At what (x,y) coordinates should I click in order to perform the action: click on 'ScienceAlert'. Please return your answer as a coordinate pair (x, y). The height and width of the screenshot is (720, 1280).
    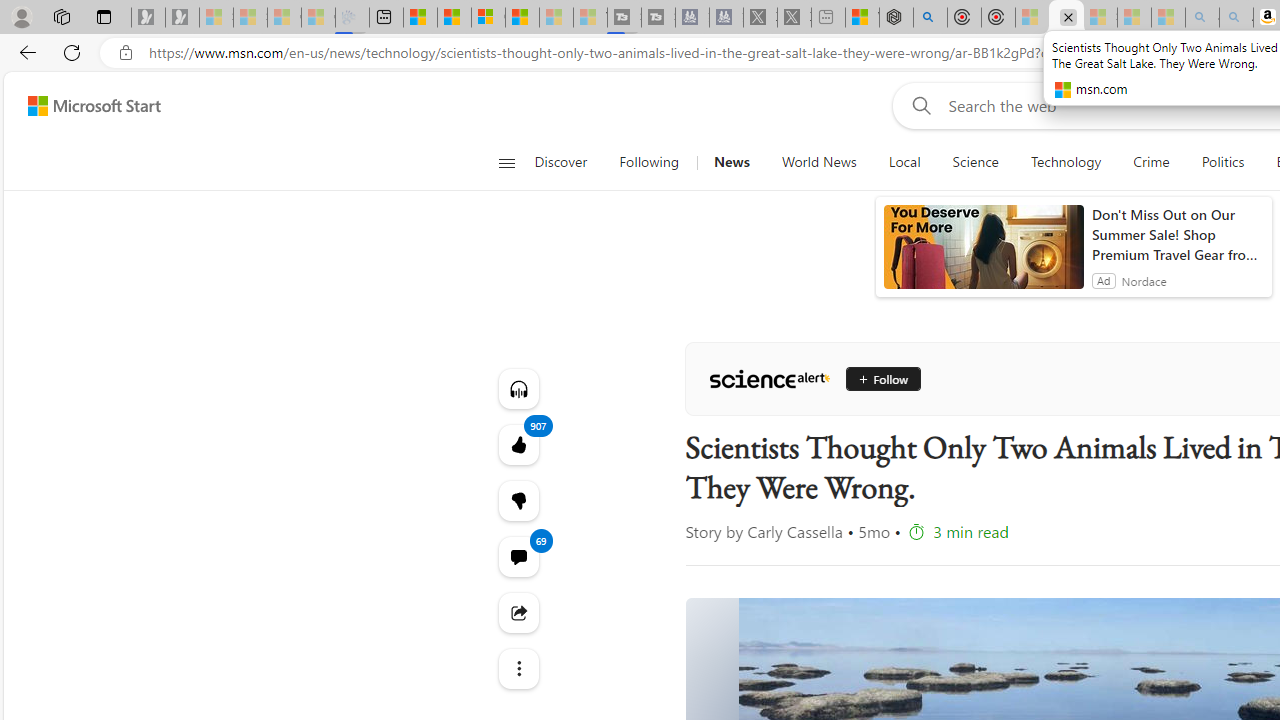
    Looking at the image, I should click on (768, 379).